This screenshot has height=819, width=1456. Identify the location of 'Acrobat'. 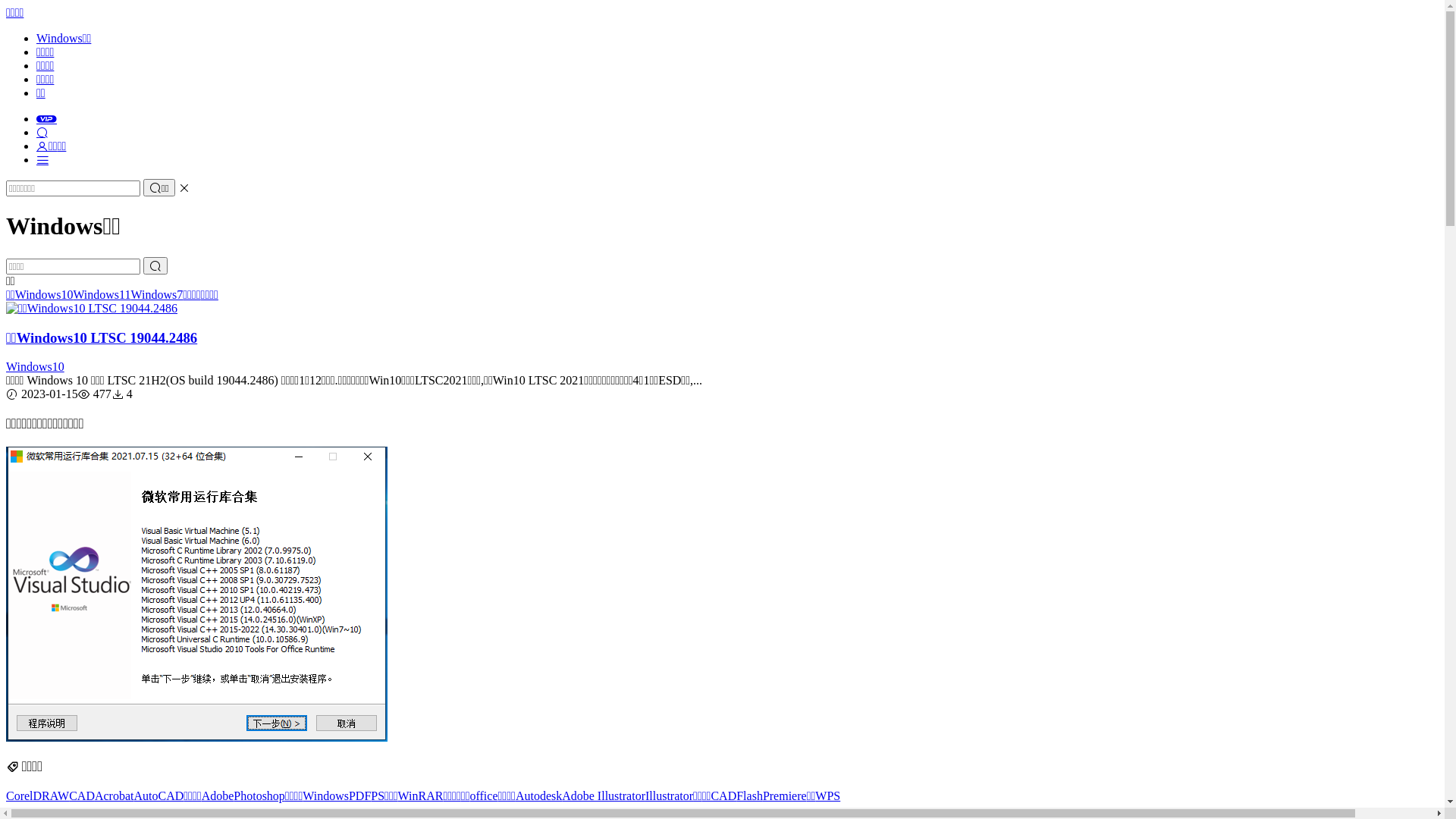
(113, 795).